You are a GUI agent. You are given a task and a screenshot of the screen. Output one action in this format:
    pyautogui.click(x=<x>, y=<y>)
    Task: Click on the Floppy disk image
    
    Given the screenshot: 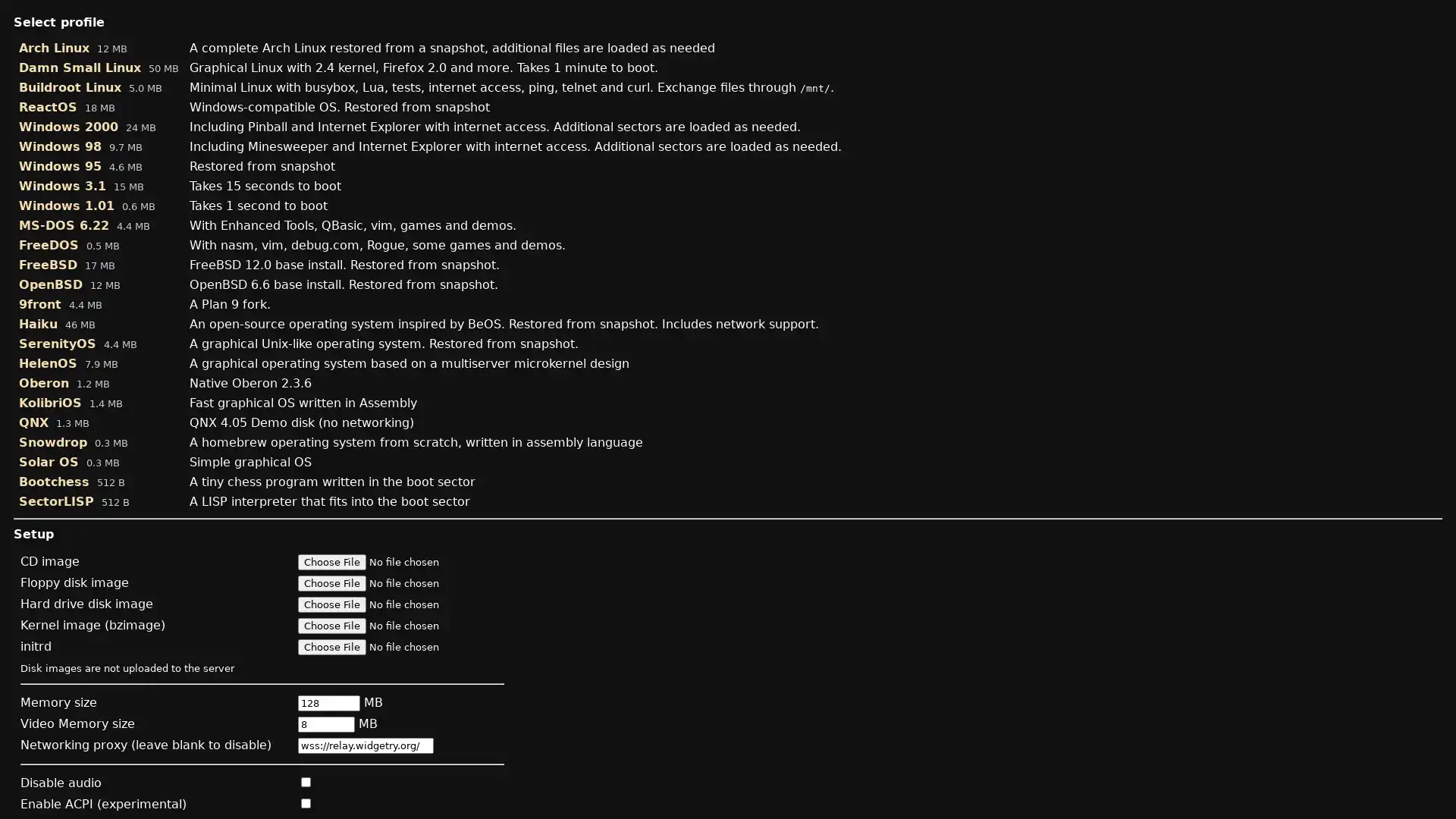 What is the action you would take?
    pyautogui.click(x=400, y=582)
    